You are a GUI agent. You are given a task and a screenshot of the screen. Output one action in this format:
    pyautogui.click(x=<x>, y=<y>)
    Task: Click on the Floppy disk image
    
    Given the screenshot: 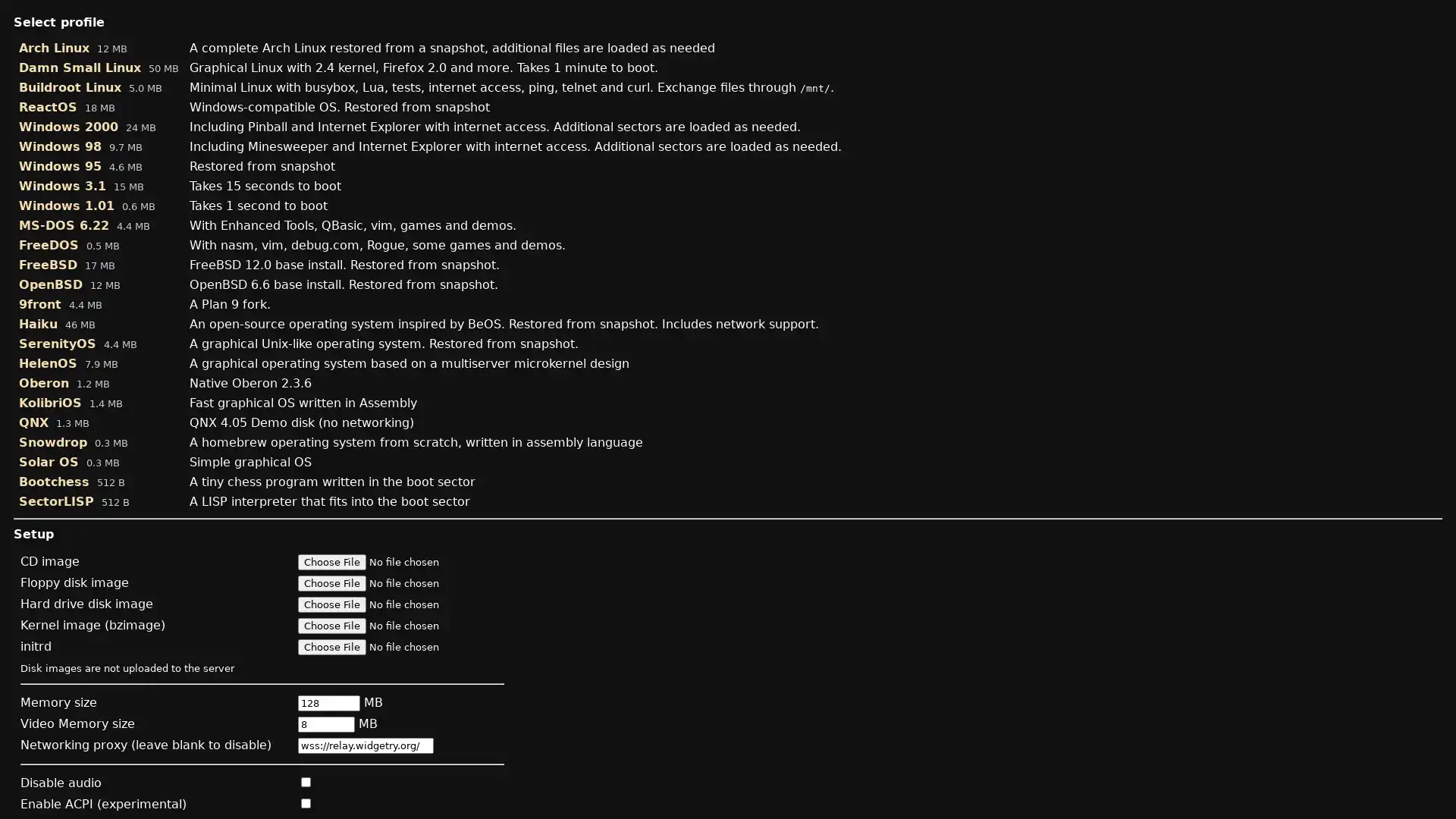 What is the action you would take?
    pyautogui.click(x=400, y=582)
    